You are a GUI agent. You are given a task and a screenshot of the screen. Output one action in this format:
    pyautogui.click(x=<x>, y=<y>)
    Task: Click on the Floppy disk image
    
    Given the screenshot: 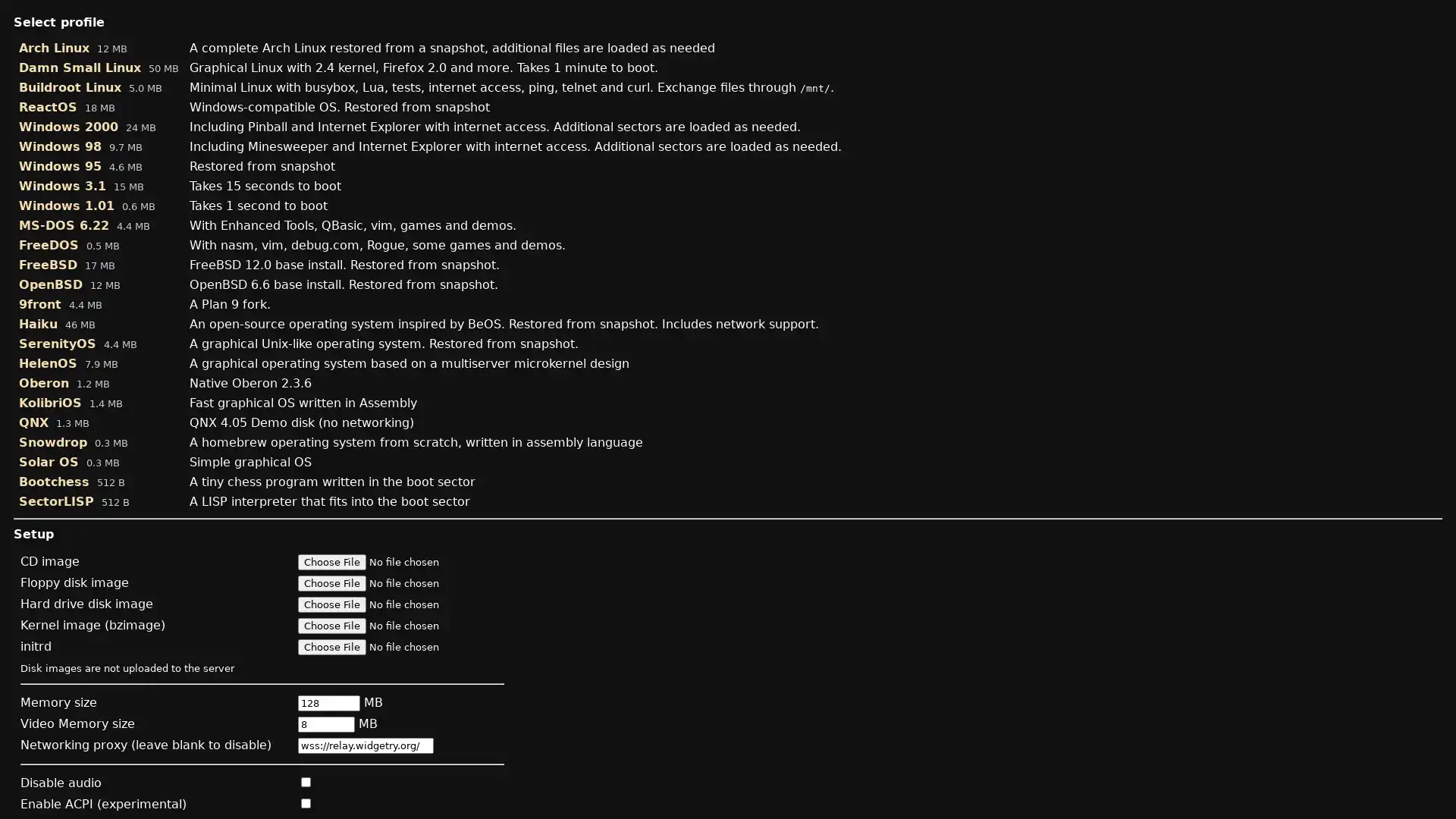 What is the action you would take?
    pyautogui.click(x=400, y=582)
    